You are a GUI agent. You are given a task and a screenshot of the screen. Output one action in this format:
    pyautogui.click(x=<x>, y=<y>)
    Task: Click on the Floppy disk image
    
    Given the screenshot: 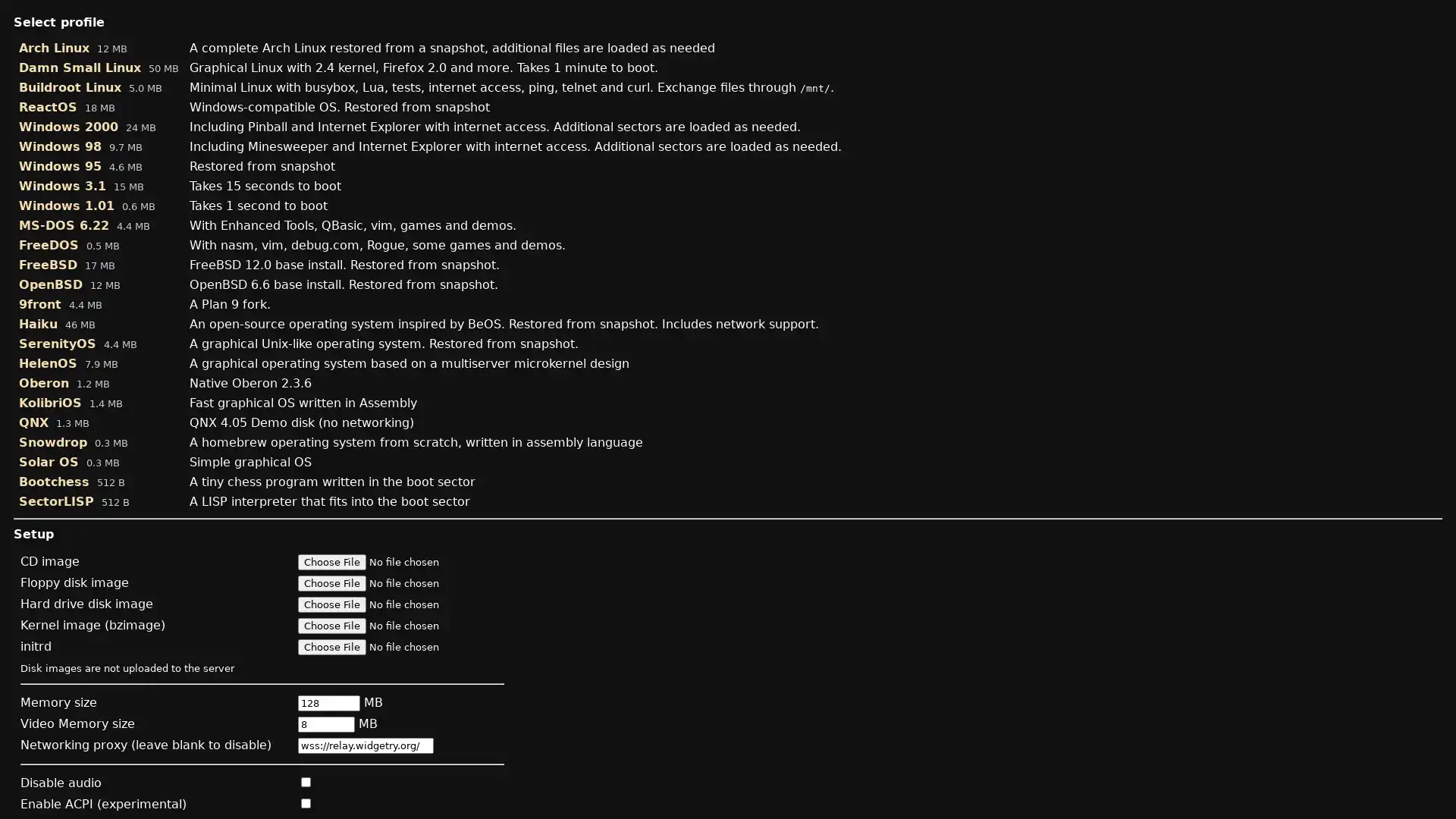 What is the action you would take?
    pyautogui.click(x=400, y=582)
    